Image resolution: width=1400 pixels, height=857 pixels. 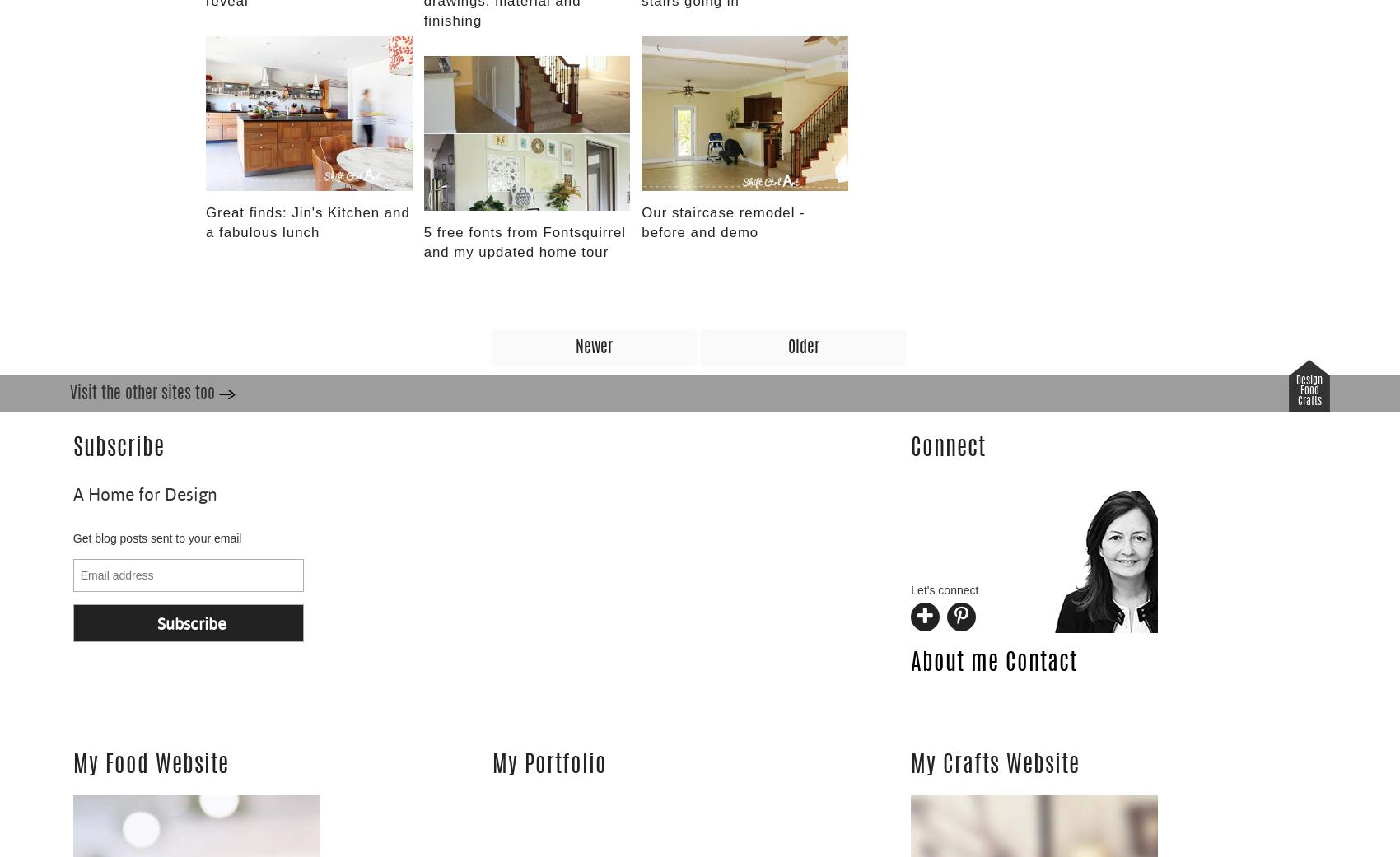 What do you see at coordinates (156, 537) in the screenshot?
I see `'Get blog posts sent to your email'` at bounding box center [156, 537].